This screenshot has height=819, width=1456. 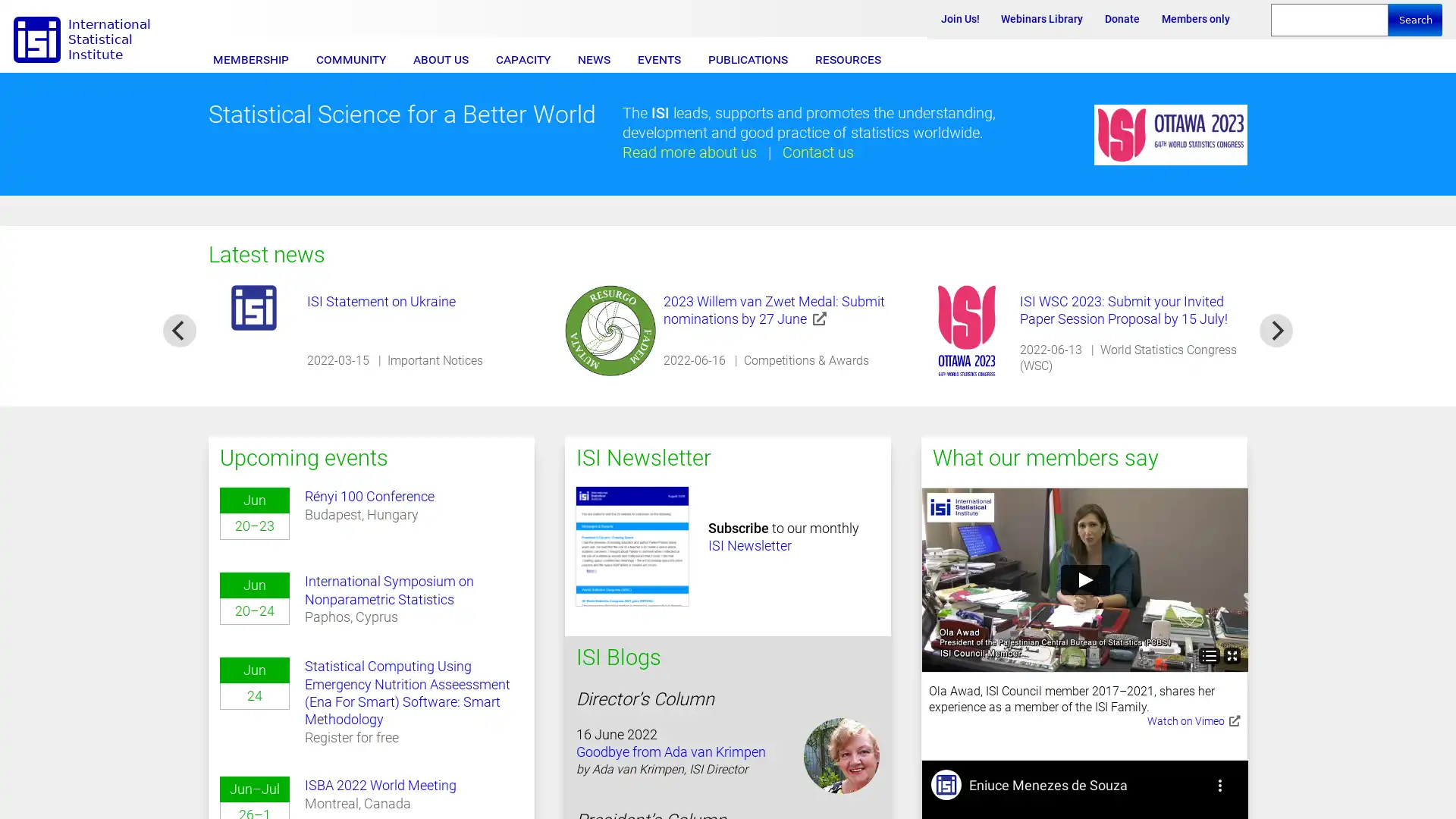 I want to click on next, so click(x=1276, y=329).